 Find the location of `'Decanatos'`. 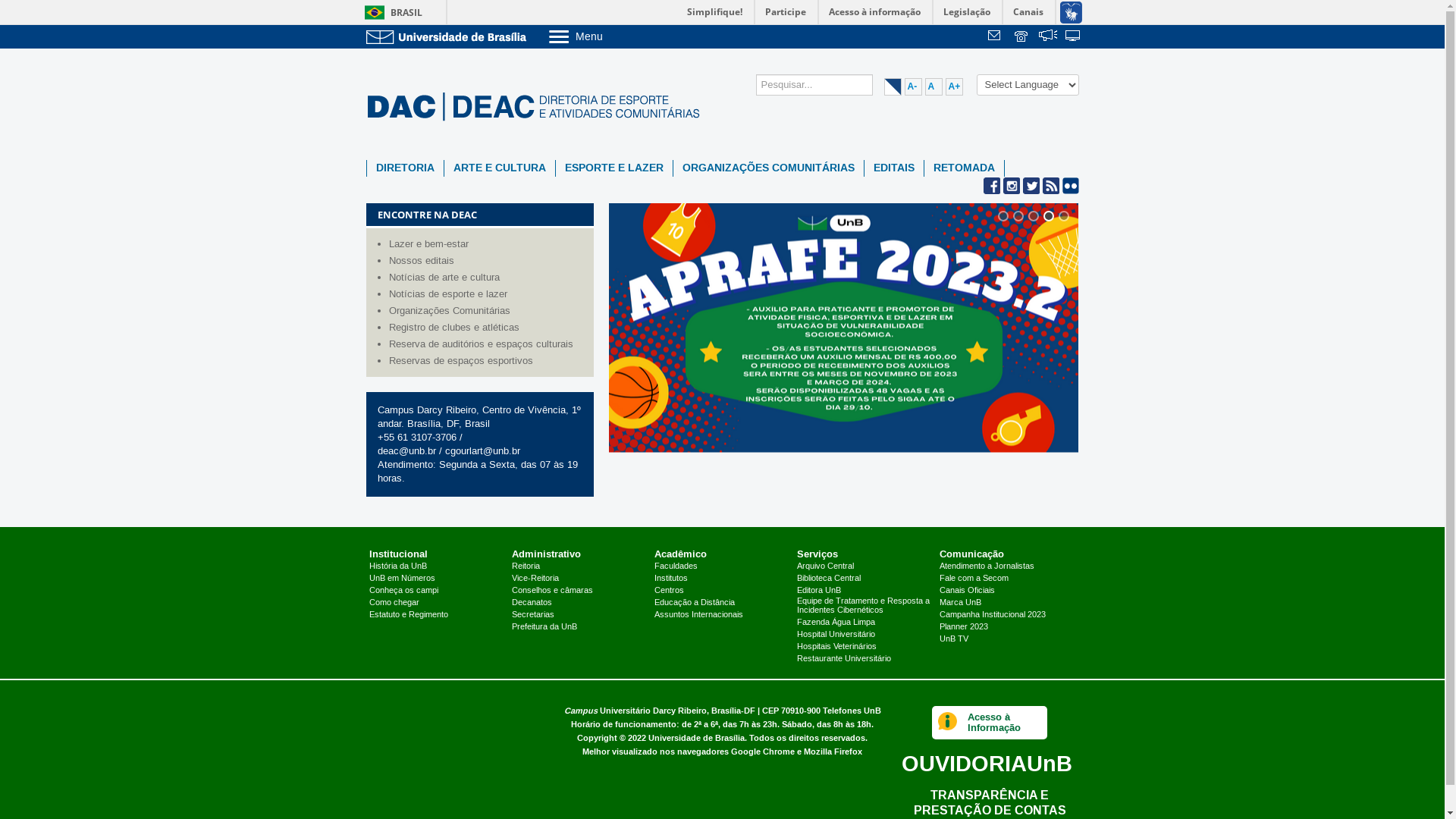

'Decanatos' is located at coordinates (532, 601).